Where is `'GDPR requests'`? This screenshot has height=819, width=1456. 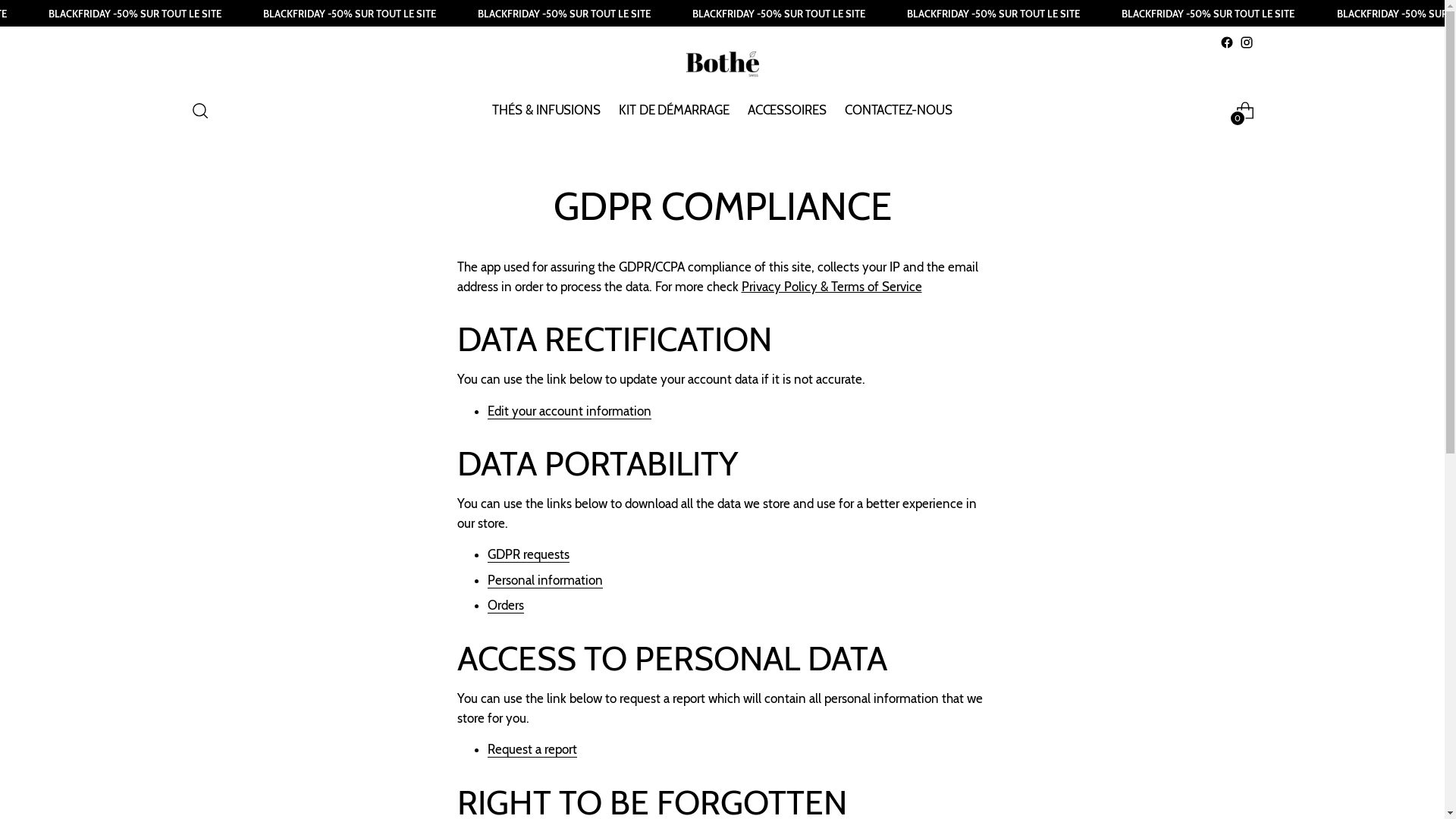 'GDPR requests' is located at coordinates (528, 554).